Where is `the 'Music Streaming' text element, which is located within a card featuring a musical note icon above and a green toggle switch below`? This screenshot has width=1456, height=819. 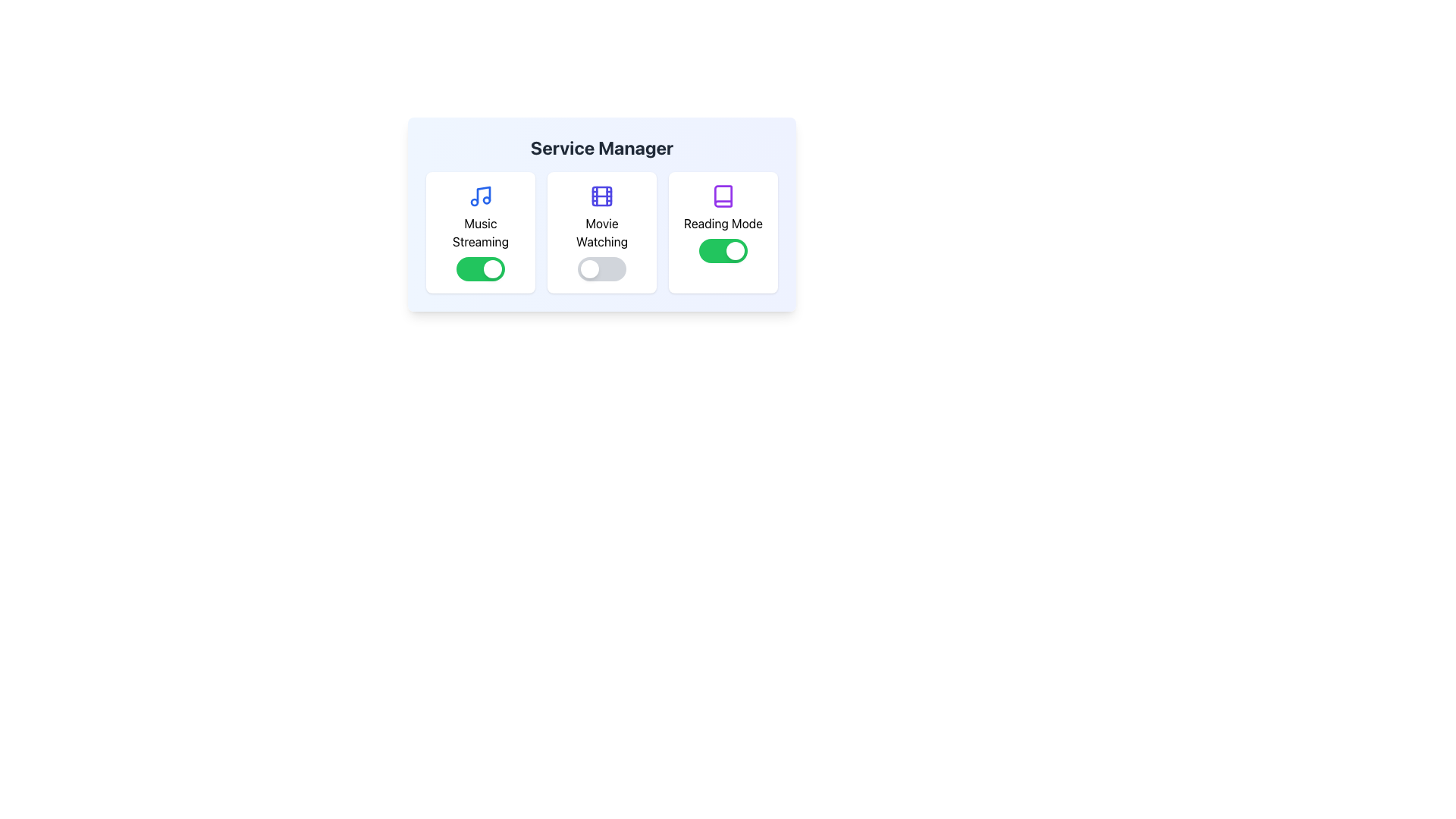
the 'Music Streaming' text element, which is located within a card featuring a musical note icon above and a green toggle switch below is located at coordinates (479, 233).